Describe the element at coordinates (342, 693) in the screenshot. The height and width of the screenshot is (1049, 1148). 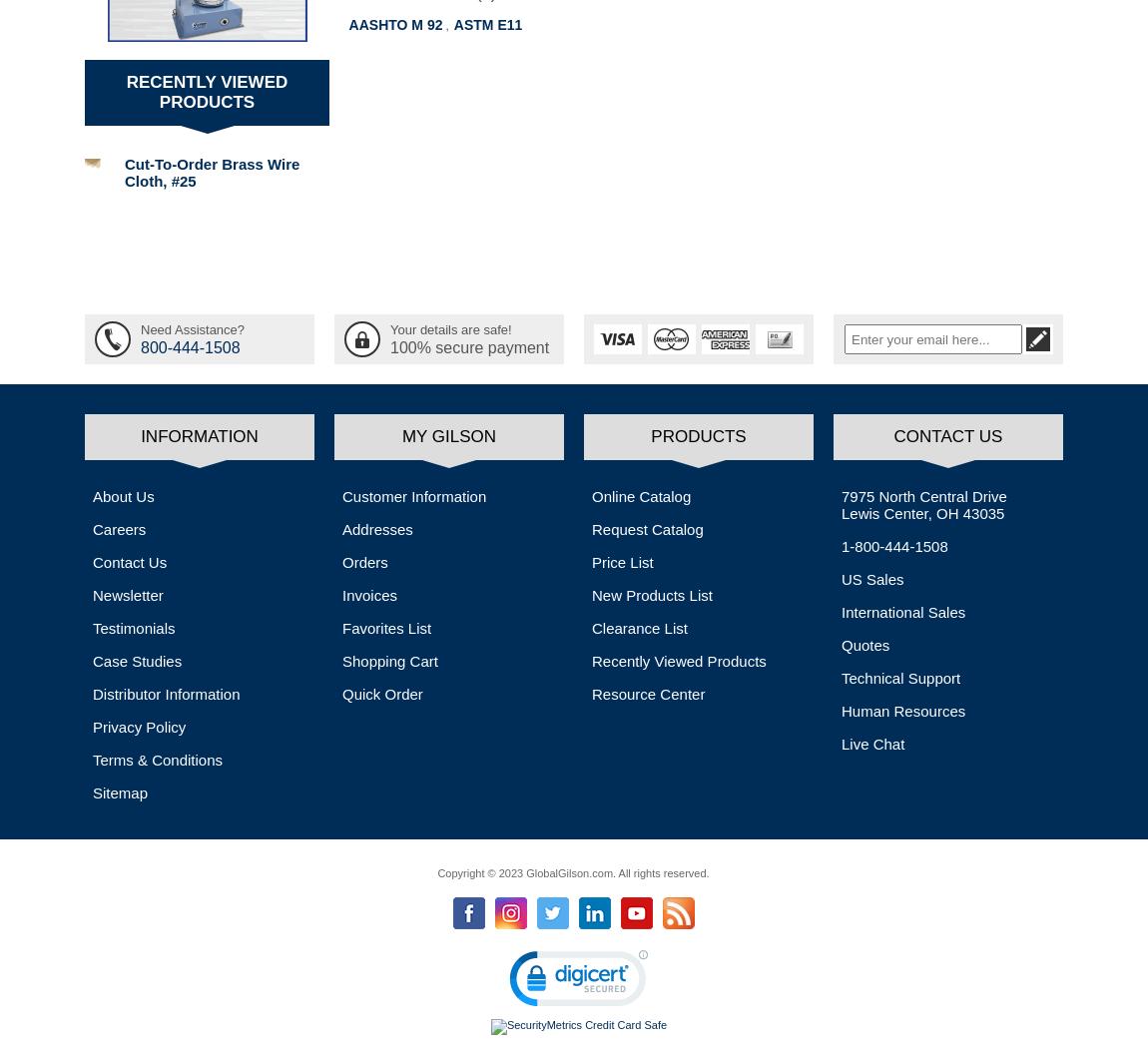
I see `'Quick Order'` at that location.